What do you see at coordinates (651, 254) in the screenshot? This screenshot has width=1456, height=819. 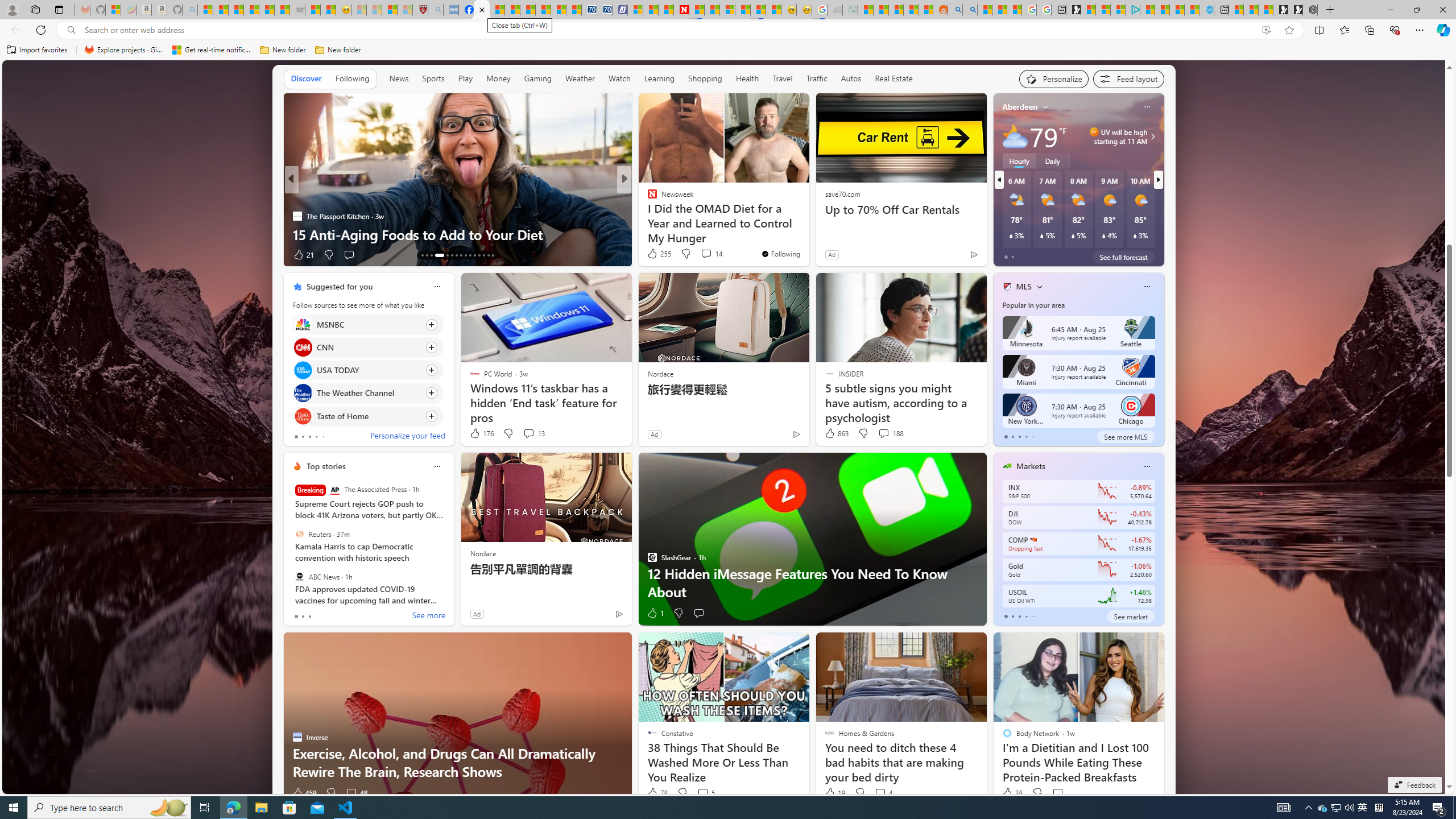 I see `'9 Like'` at bounding box center [651, 254].